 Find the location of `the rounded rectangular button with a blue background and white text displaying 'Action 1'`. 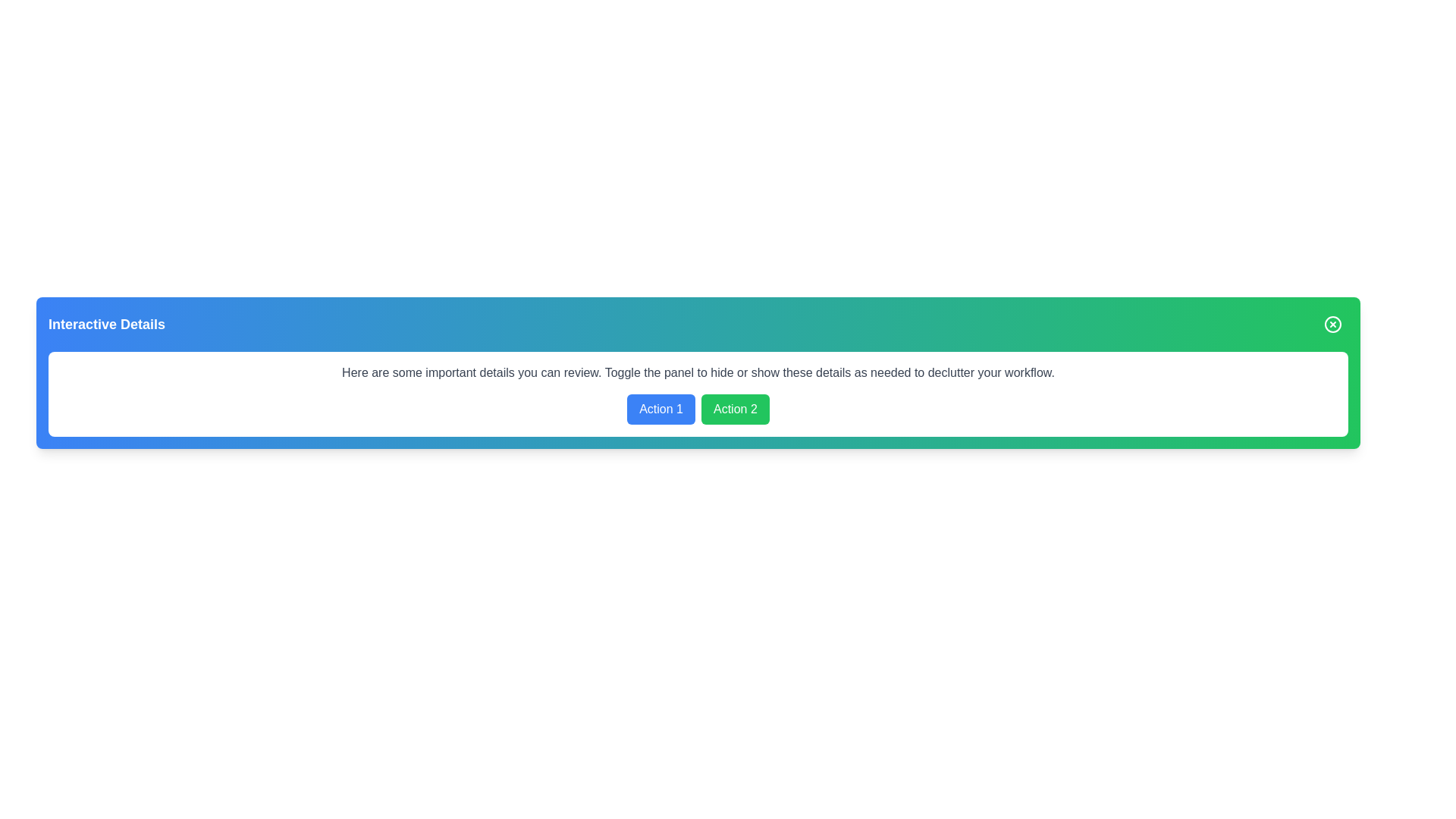

the rounded rectangular button with a blue background and white text displaying 'Action 1' is located at coordinates (661, 409).